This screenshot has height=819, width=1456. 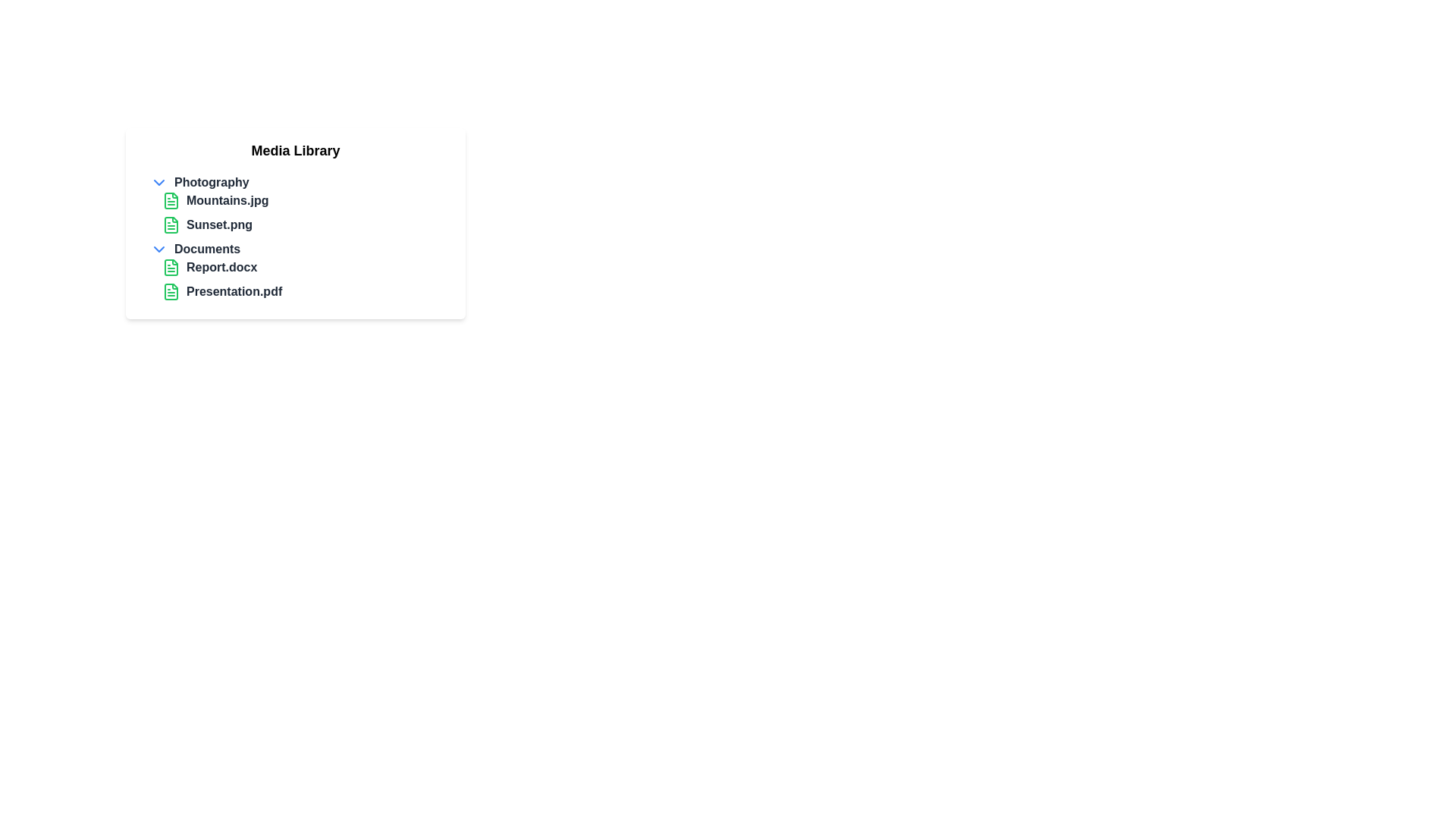 I want to click on the text label for the file named 'Presentation.pdf', so click(x=234, y=292).